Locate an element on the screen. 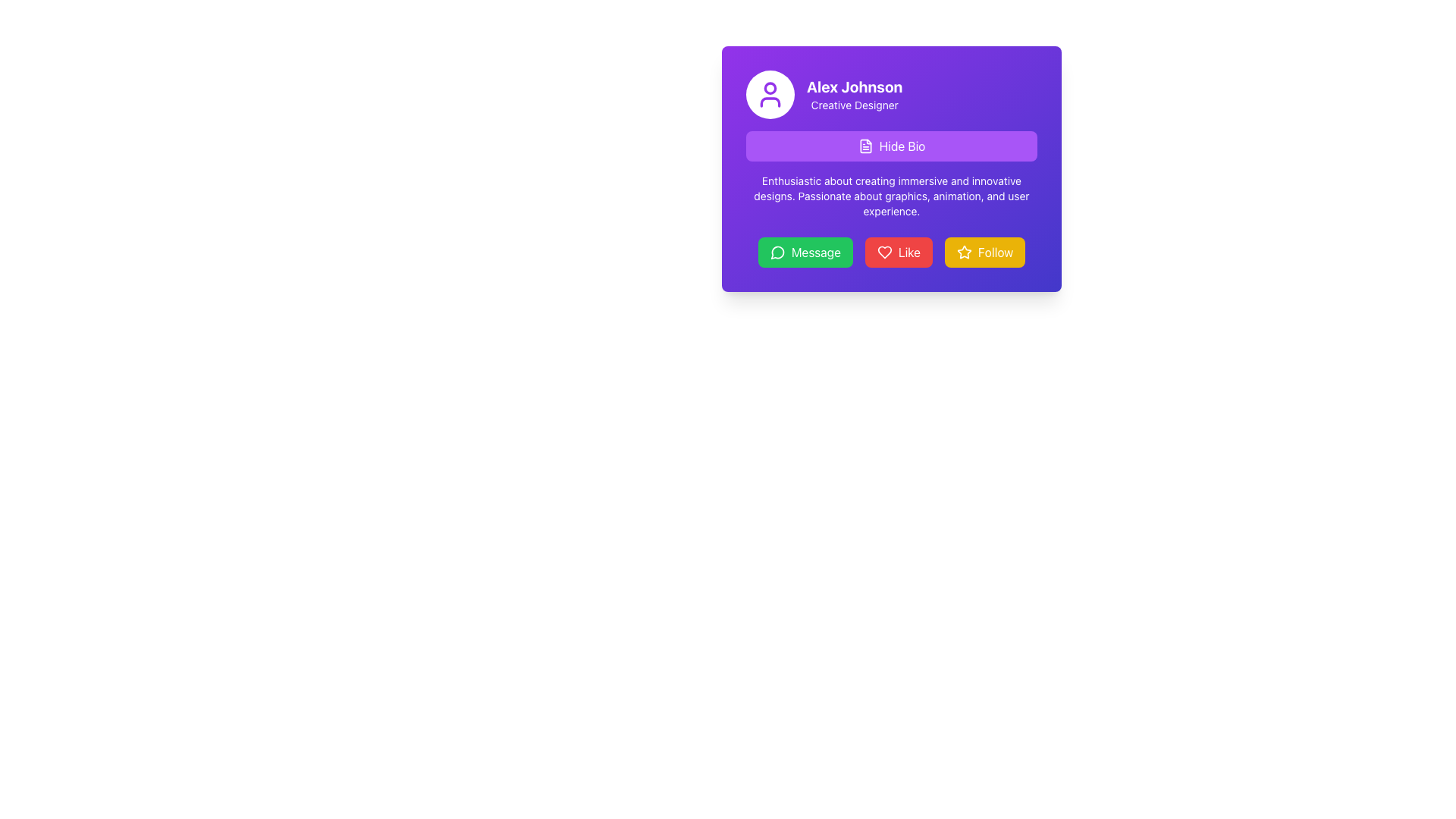 This screenshot has height=819, width=1456. the text within the like button located to the right of the green 'Message' button and to the left of the yellow 'Follow' button on the user card is located at coordinates (909, 251).